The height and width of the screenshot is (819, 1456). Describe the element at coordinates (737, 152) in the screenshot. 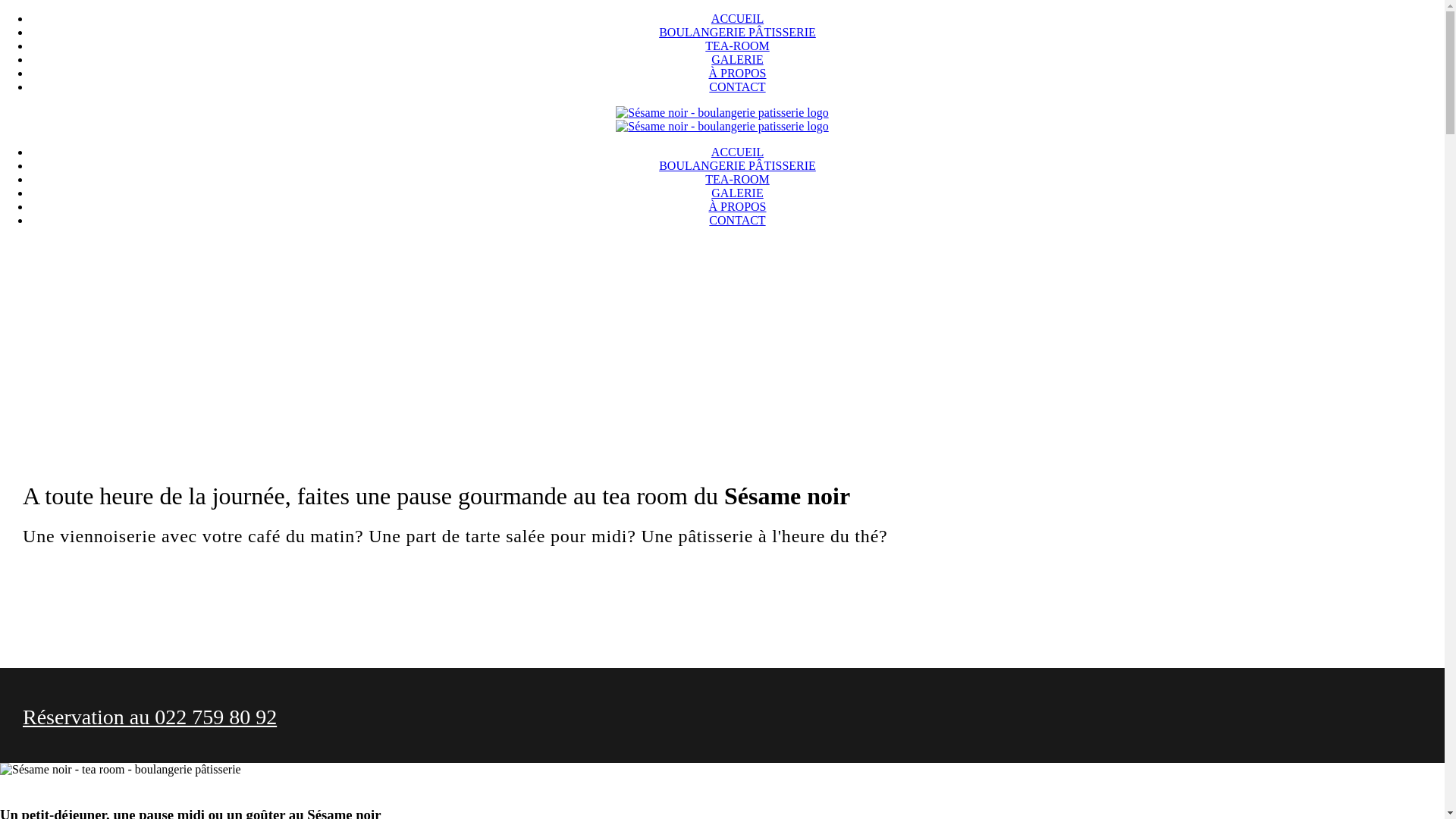

I see `'ACCUEIL'` at that location.